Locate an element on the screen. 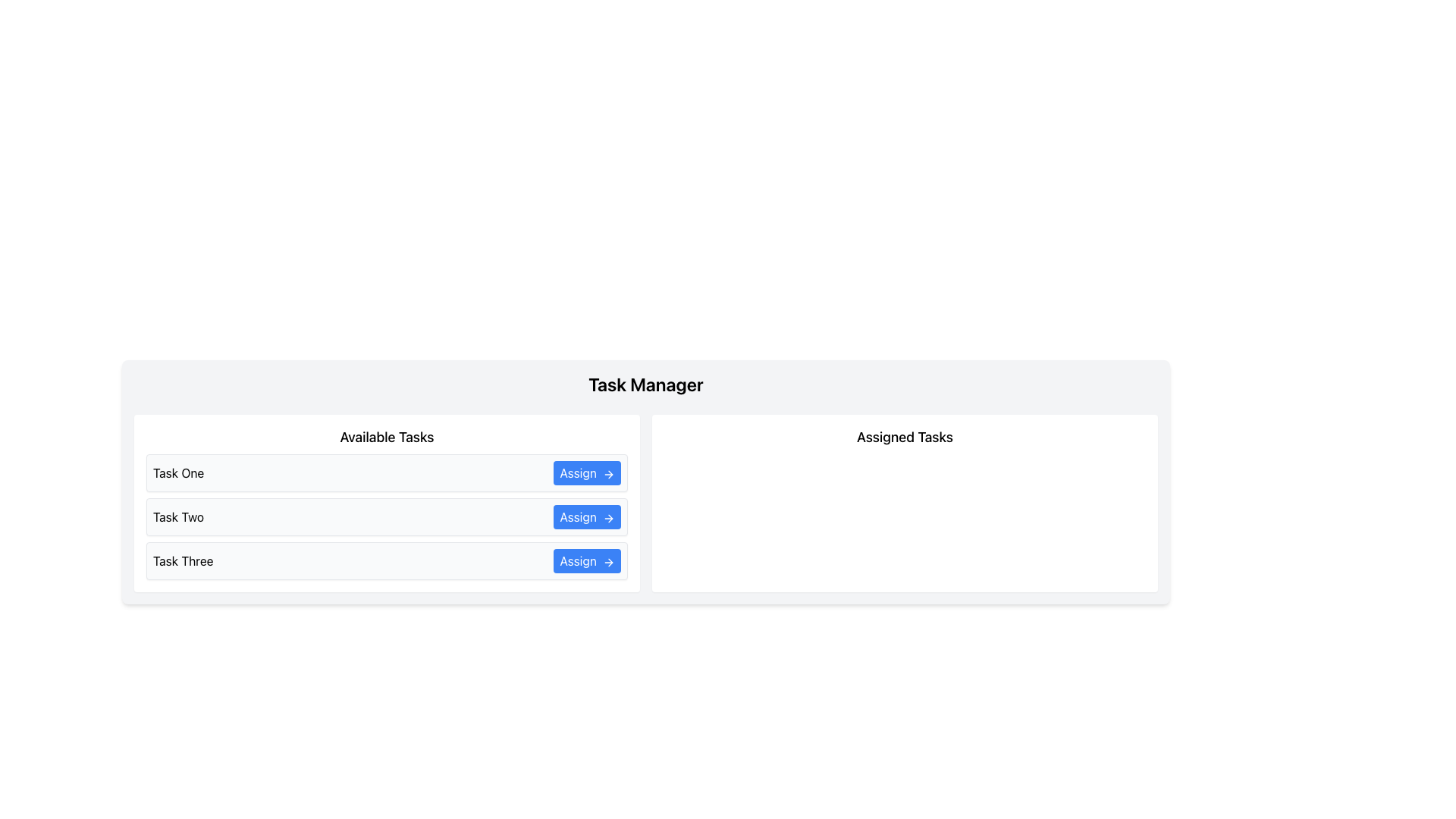 The height and width of the screenshot is (819, 1456). the 'Assign' button with a vivid blue background and white text located in the 'Available Tasks' section, specifically in the second row labeled 'Task Two', on the far right side is located at coordinates (586, 516).